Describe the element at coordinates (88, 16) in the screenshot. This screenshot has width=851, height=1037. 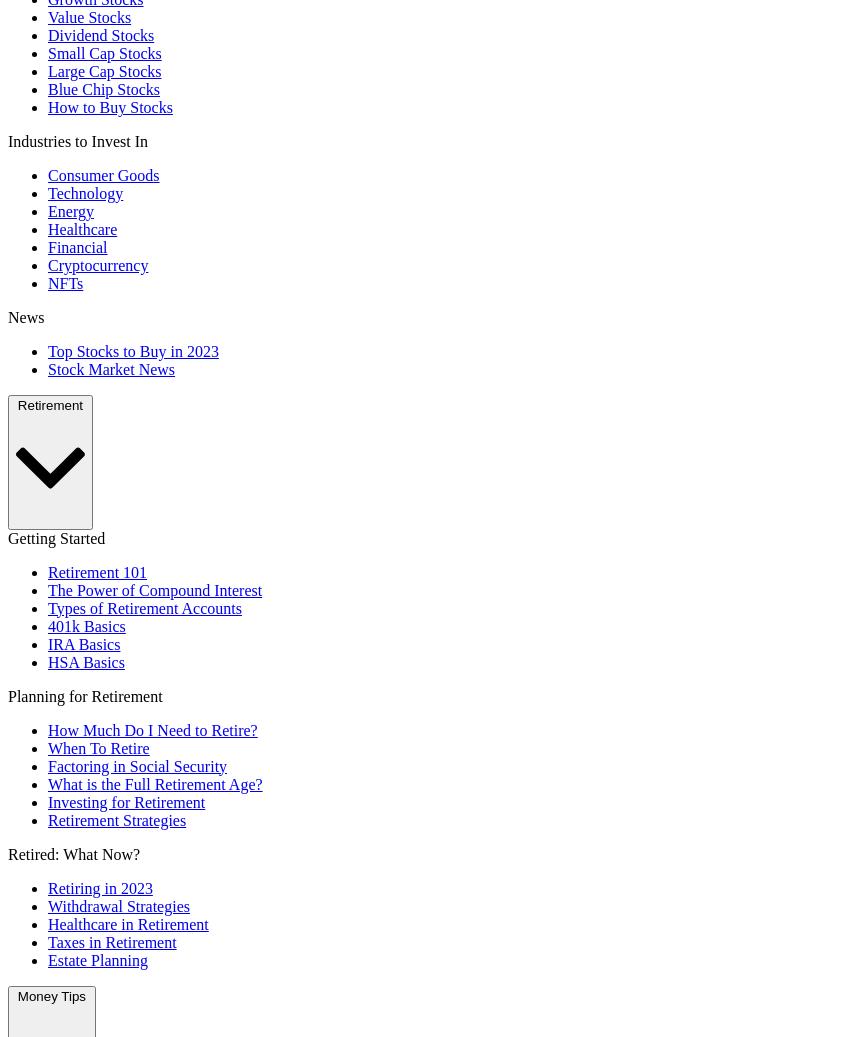
I see `'Value Stocks'` at that location.